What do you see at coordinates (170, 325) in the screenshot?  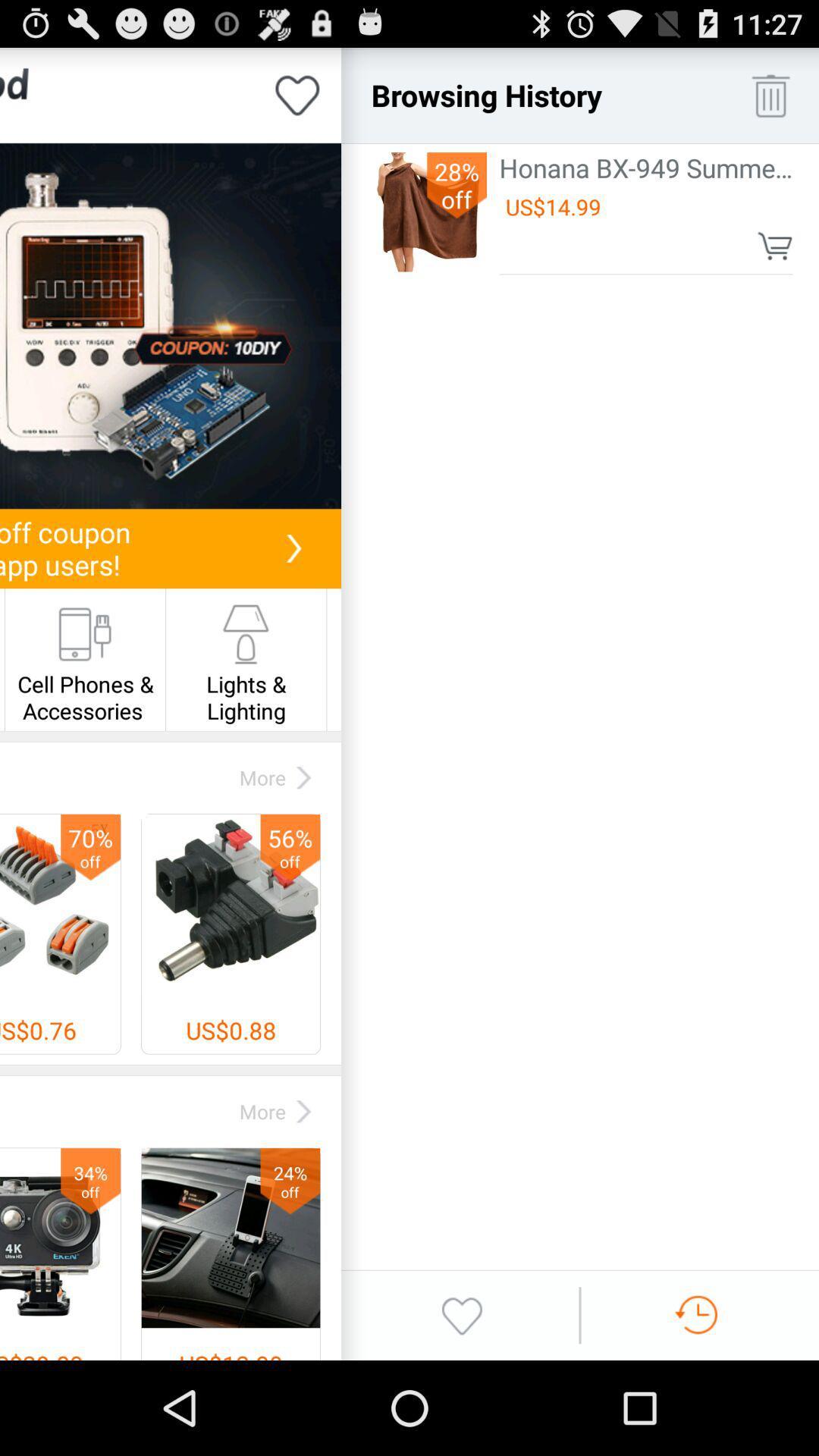 I see `announcement` at bounding box center [170, 325].